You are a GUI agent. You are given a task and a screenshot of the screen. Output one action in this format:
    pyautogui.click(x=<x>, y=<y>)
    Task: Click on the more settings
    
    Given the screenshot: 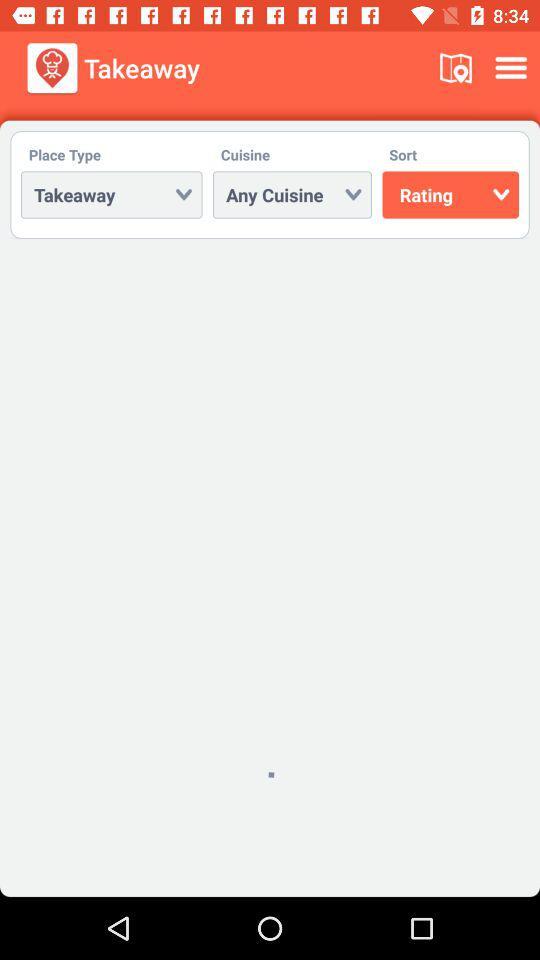 What is the action you would take?
    pyautogui.click(x=514, y=68)
    